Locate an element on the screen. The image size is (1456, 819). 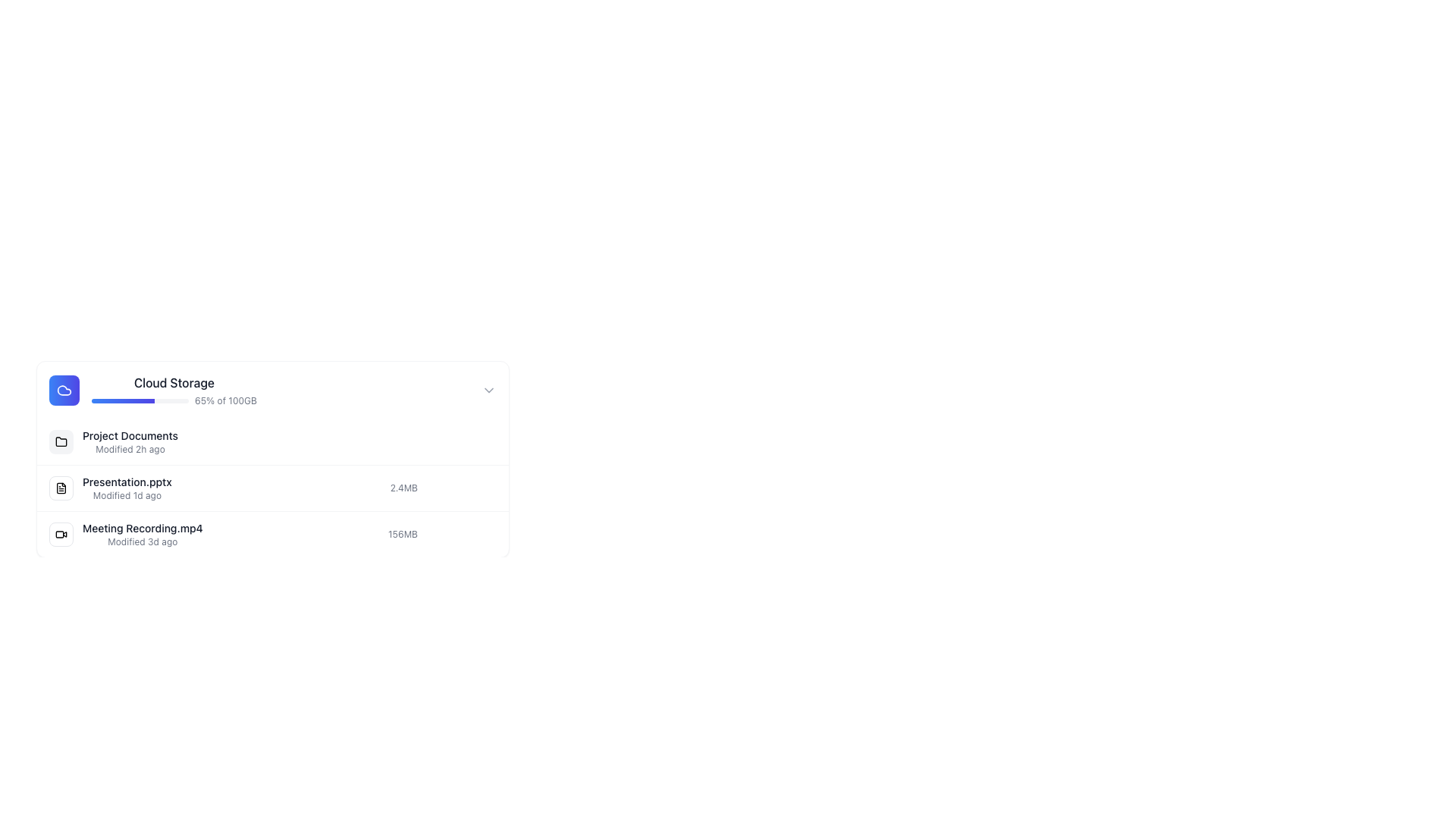
the File entry item labeled 'Meeting Recording.mp4' is located at coordinates (126, 534).